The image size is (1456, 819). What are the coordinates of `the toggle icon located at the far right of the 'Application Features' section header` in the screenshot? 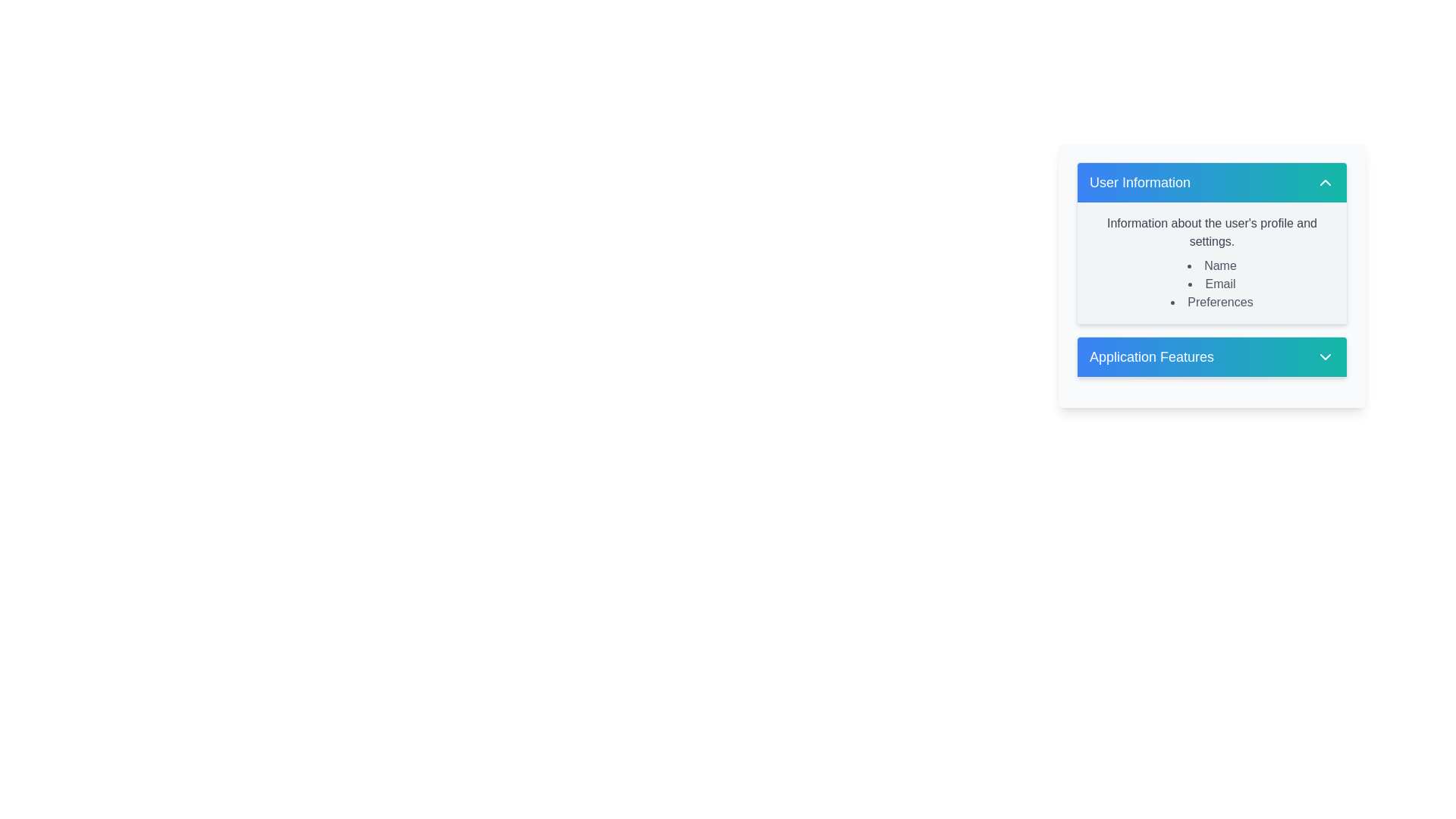 It's located at (1324, 356).